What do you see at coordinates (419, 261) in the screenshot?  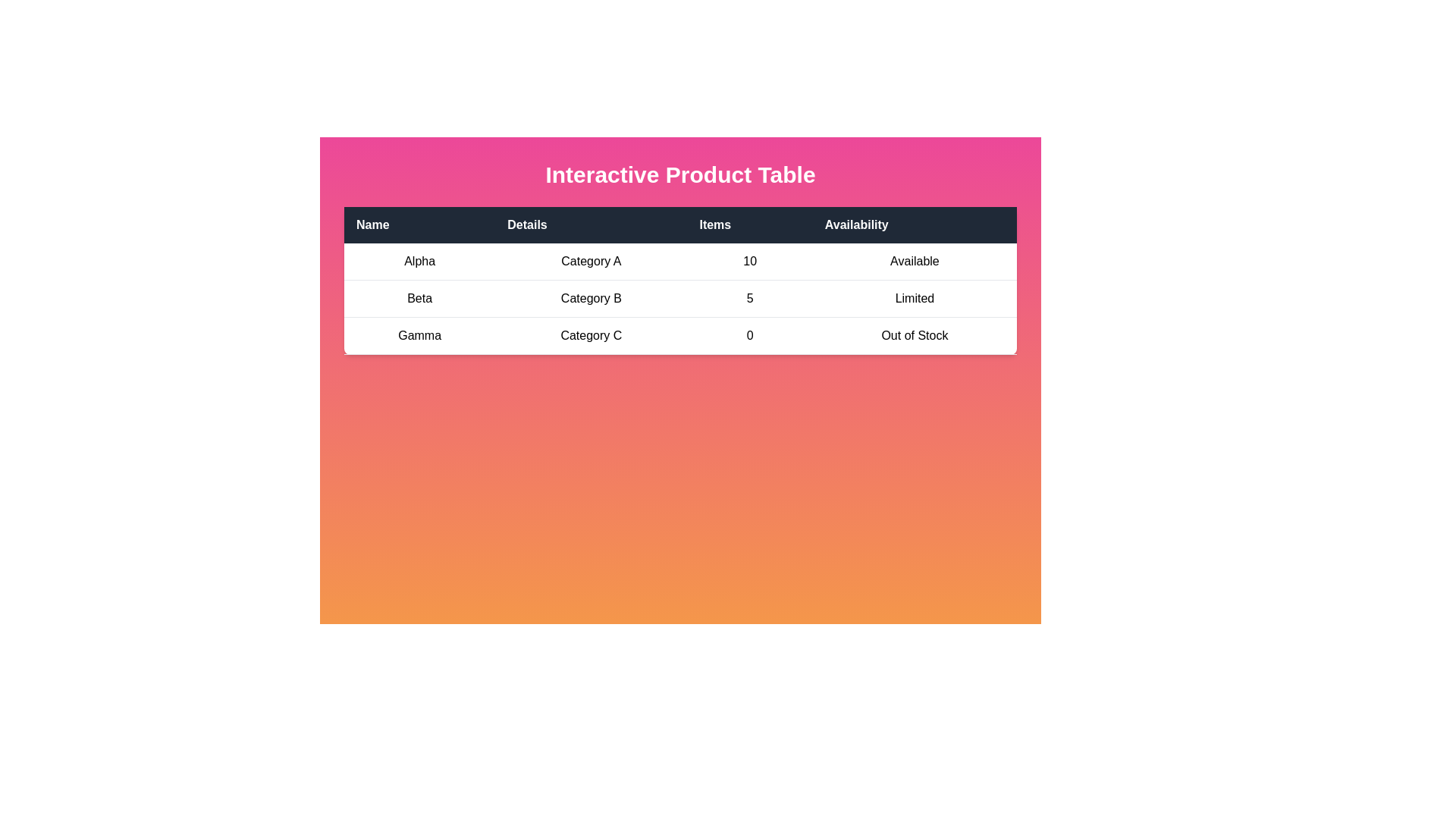 I see `on the table cell displaying the text 'Alpha'` at bounding box center [419, 261].